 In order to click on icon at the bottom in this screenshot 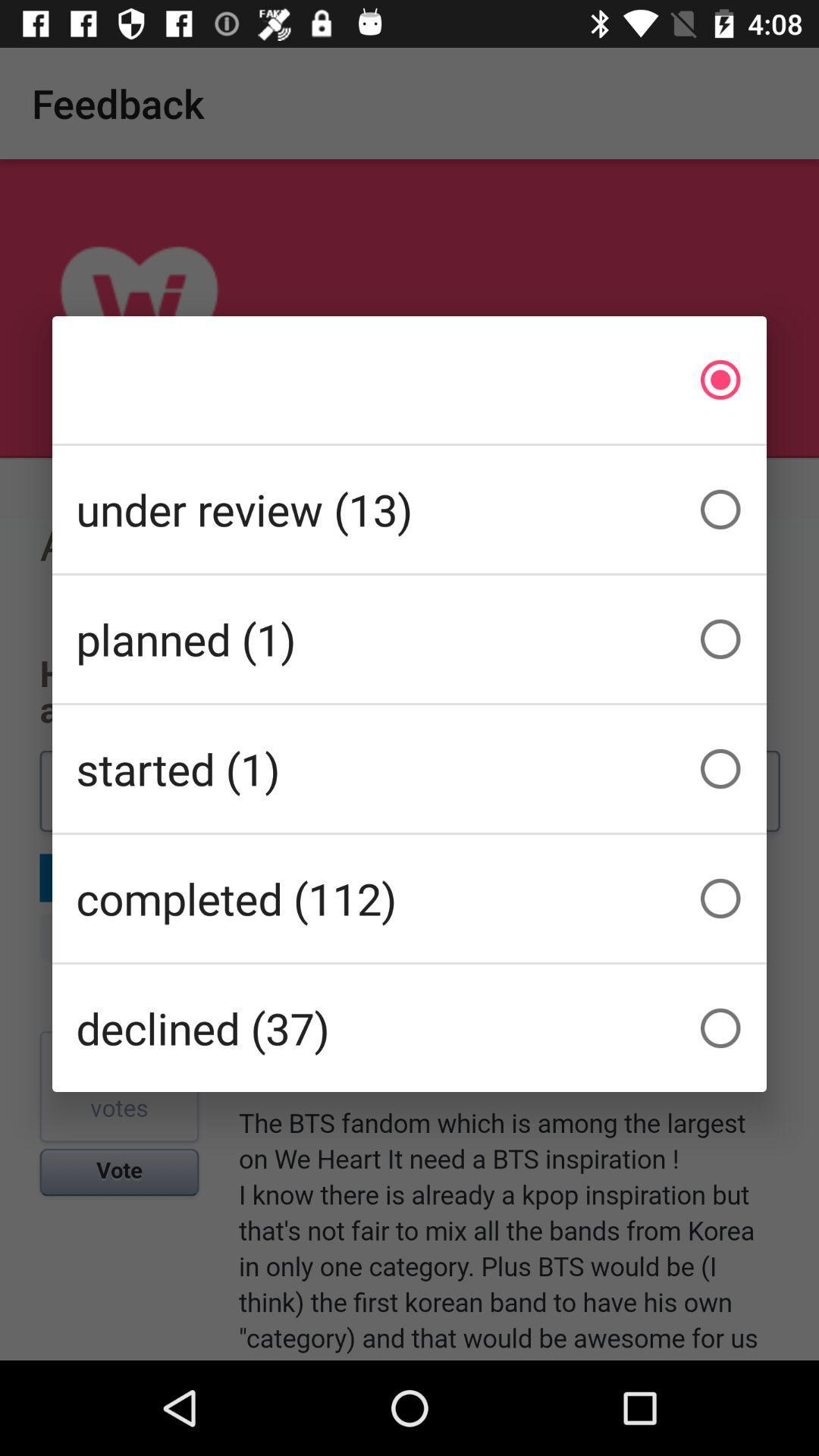, I will do `click(409, 1028)`.